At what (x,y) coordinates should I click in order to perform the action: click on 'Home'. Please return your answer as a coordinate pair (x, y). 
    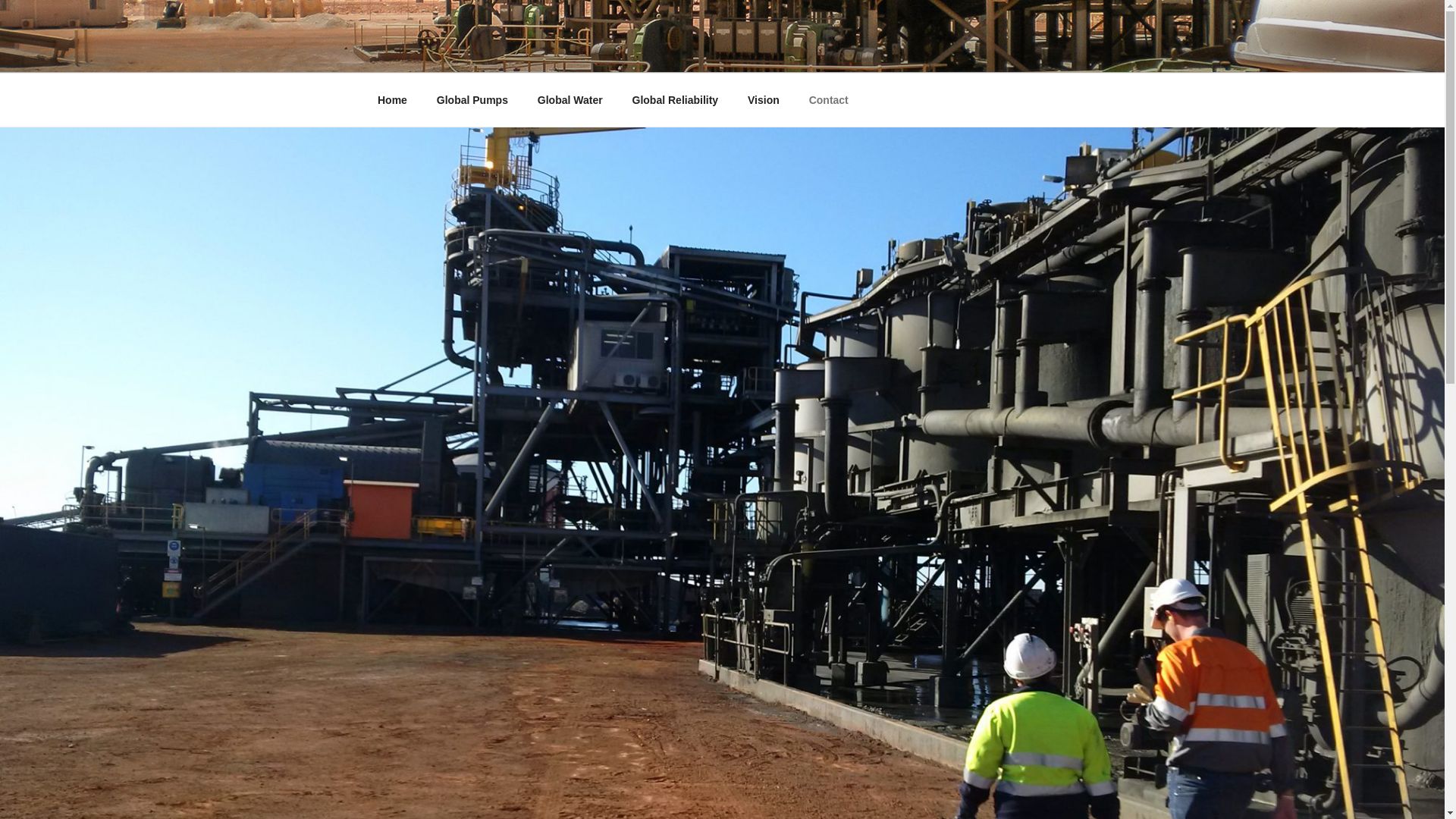
    Looking at the image, I should click on (364, 100).